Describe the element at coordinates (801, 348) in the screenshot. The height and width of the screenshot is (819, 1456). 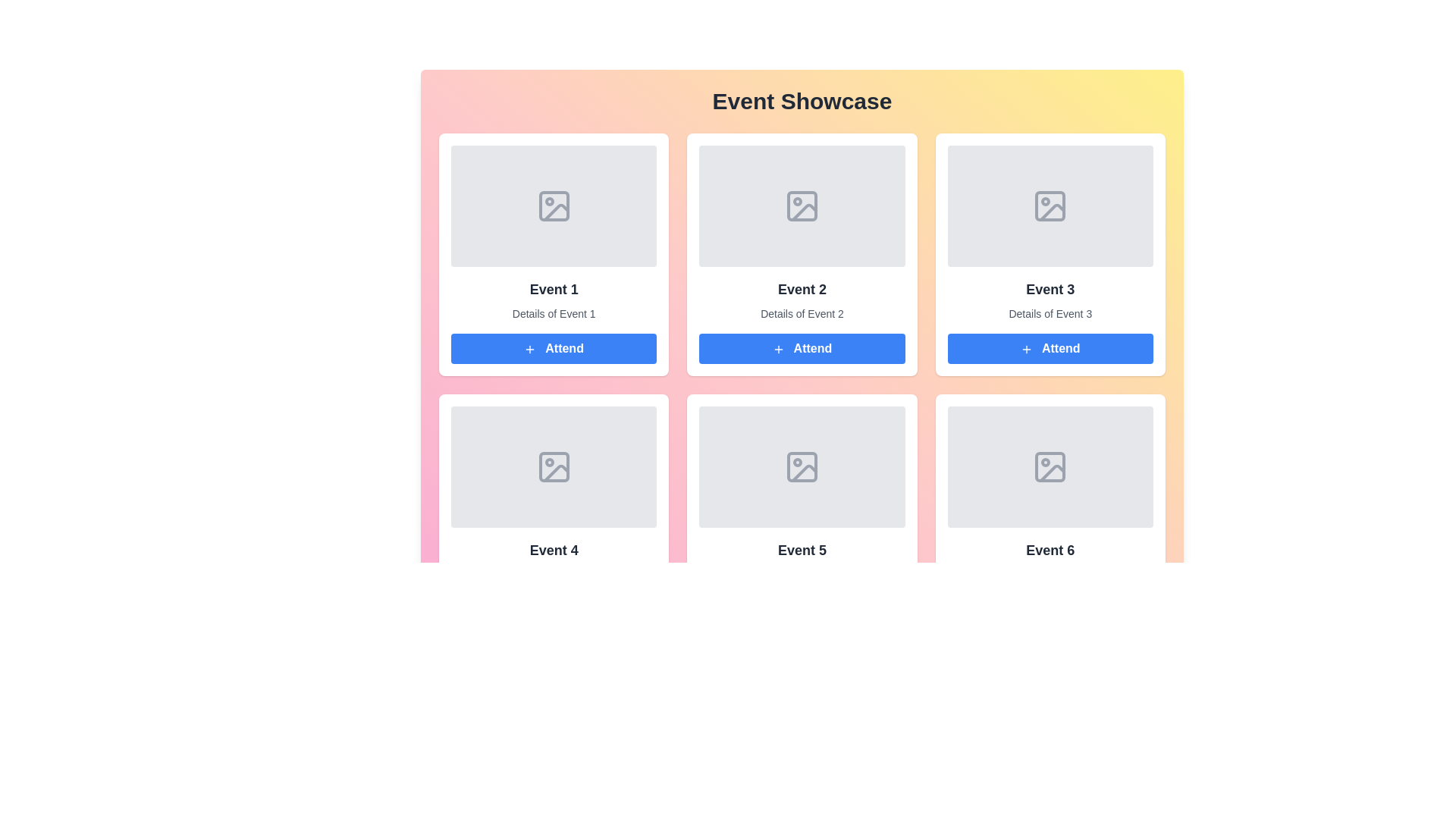
I see `the call-to-action button located at the bottom of the 'Event 2' card` at that location.